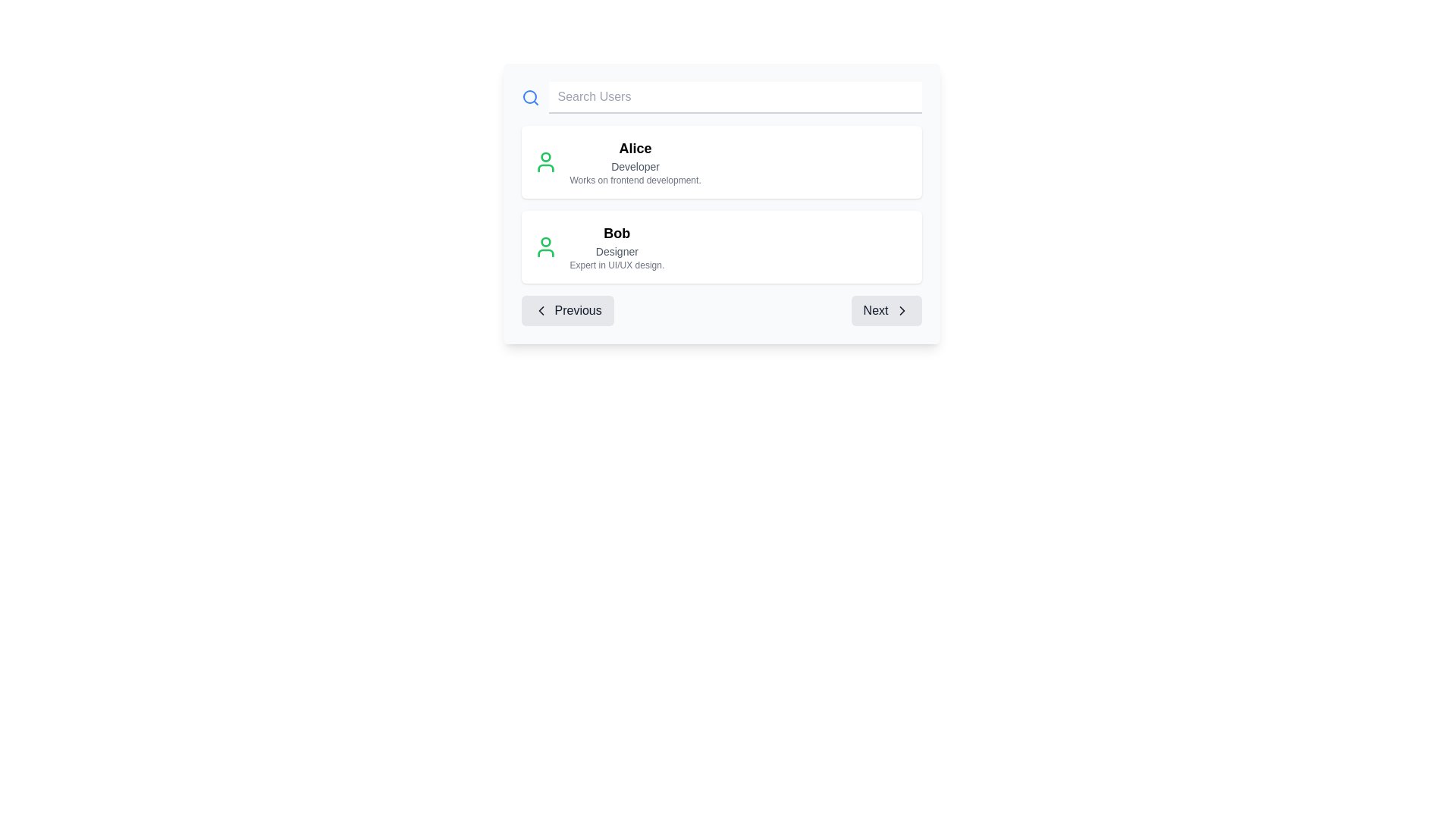  What do you see at coordinates (545, 246) in the screenshot?
I see `the user icon representing 'Bob', which is located to the left of the list entry containing his name, role, and description` at bounding box center [545, 246].